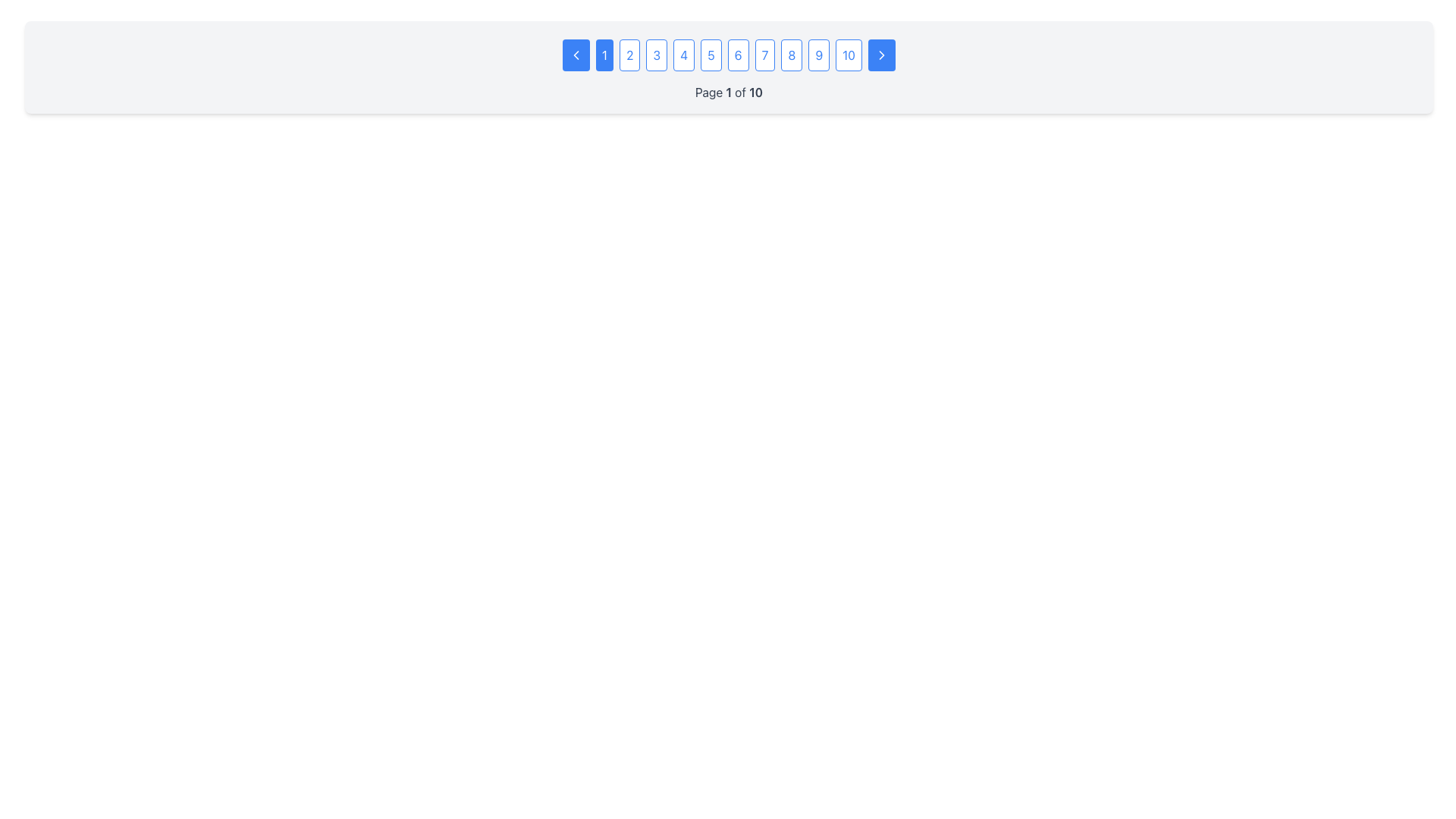 This screenshot has width=1456, height=819. What do you see at coordinates (791, 55) in the screenshot?
I see `the rectangular button with rounded corners and a white background, displaying the number '8'` at bounding box center [791, 55].